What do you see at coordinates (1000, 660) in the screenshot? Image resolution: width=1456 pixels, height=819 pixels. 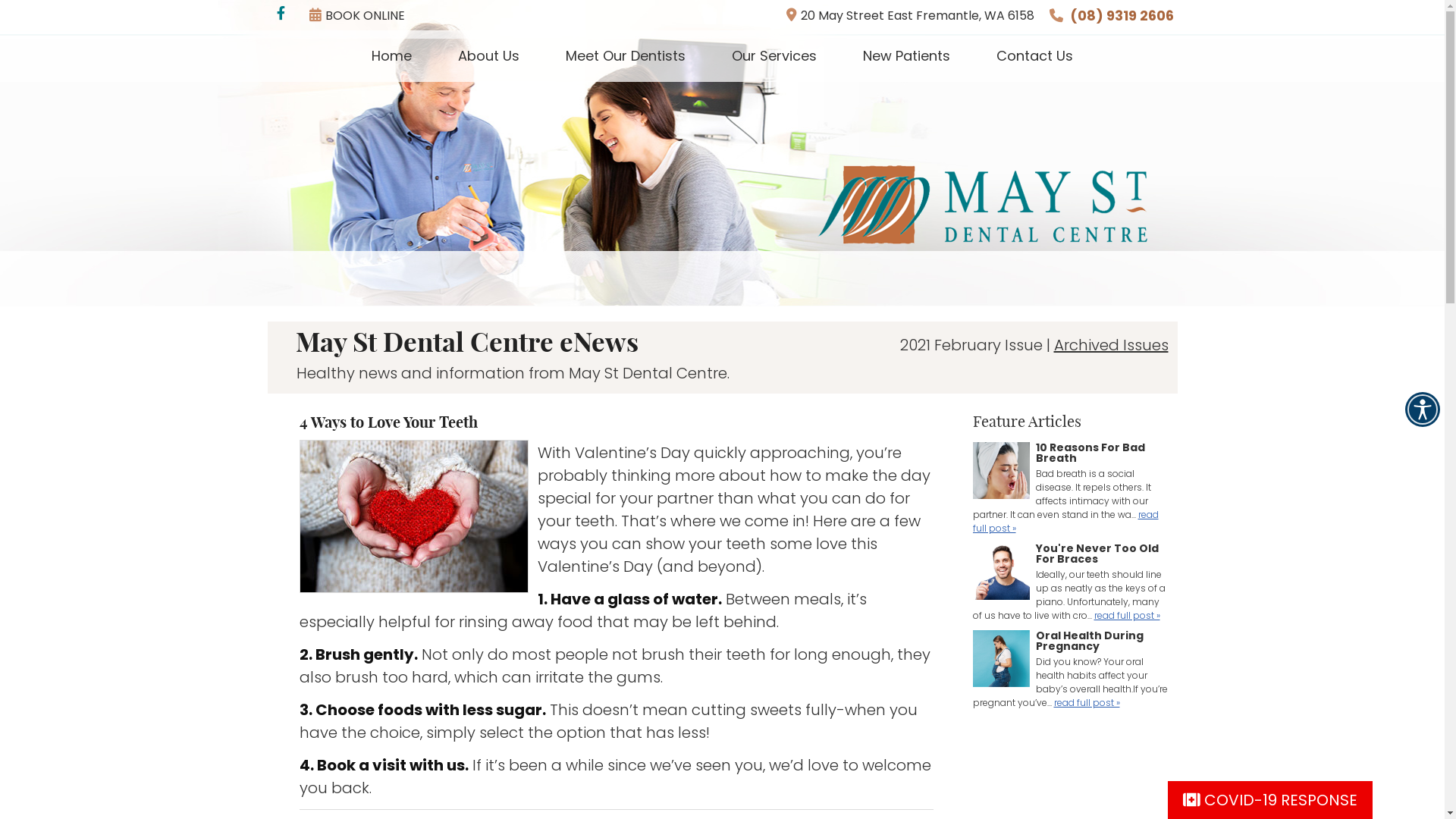 I see `'Oral Health During Pregnancy'` at bounding box center [1000, 660].